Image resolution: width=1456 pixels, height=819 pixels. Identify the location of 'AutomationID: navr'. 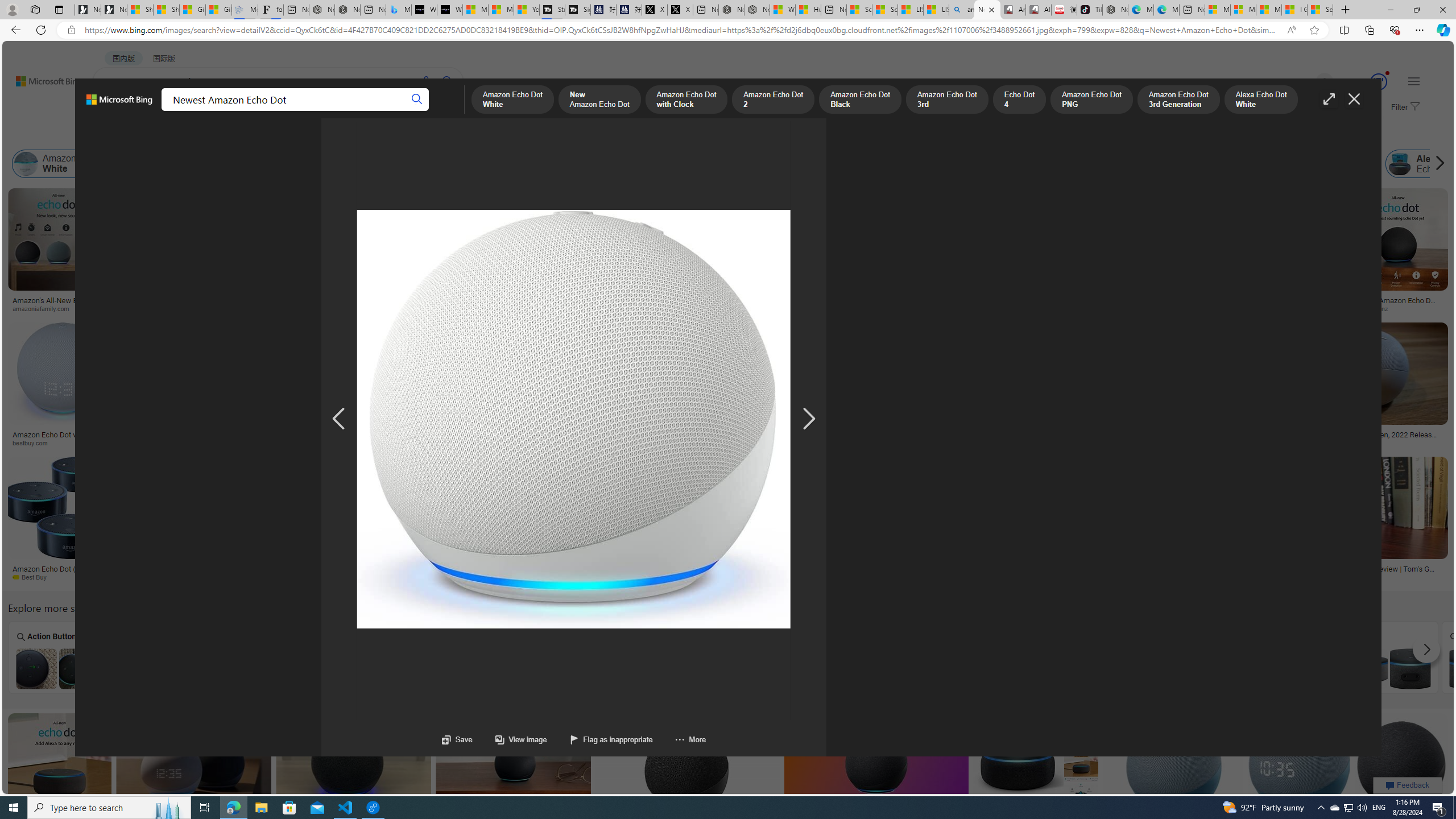
(809, 419).